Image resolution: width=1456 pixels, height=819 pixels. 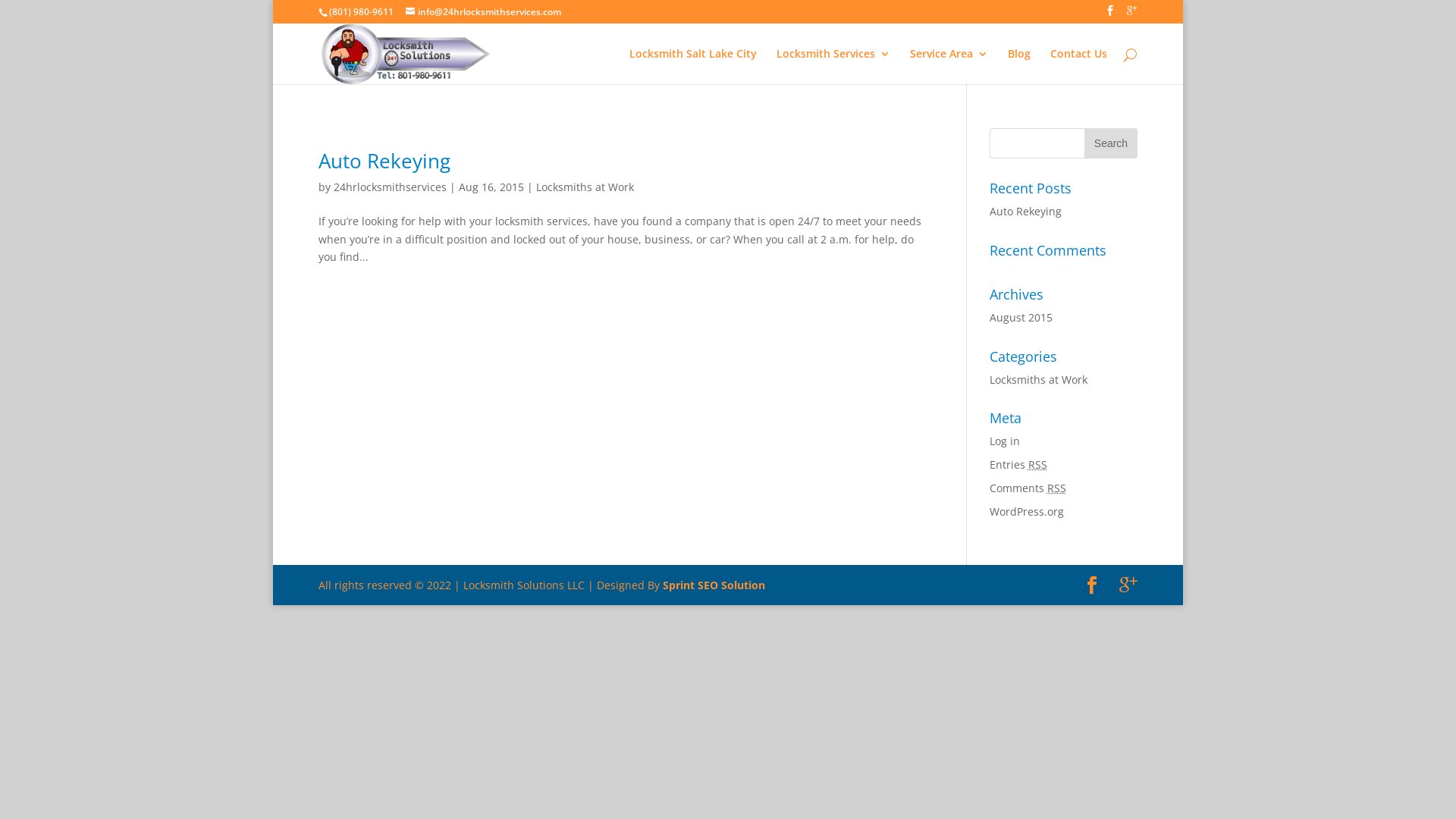 What do you see at coordinates (1110, 143) in the screenshot?
I see `'Search'` at bounding box center [1110, 143].